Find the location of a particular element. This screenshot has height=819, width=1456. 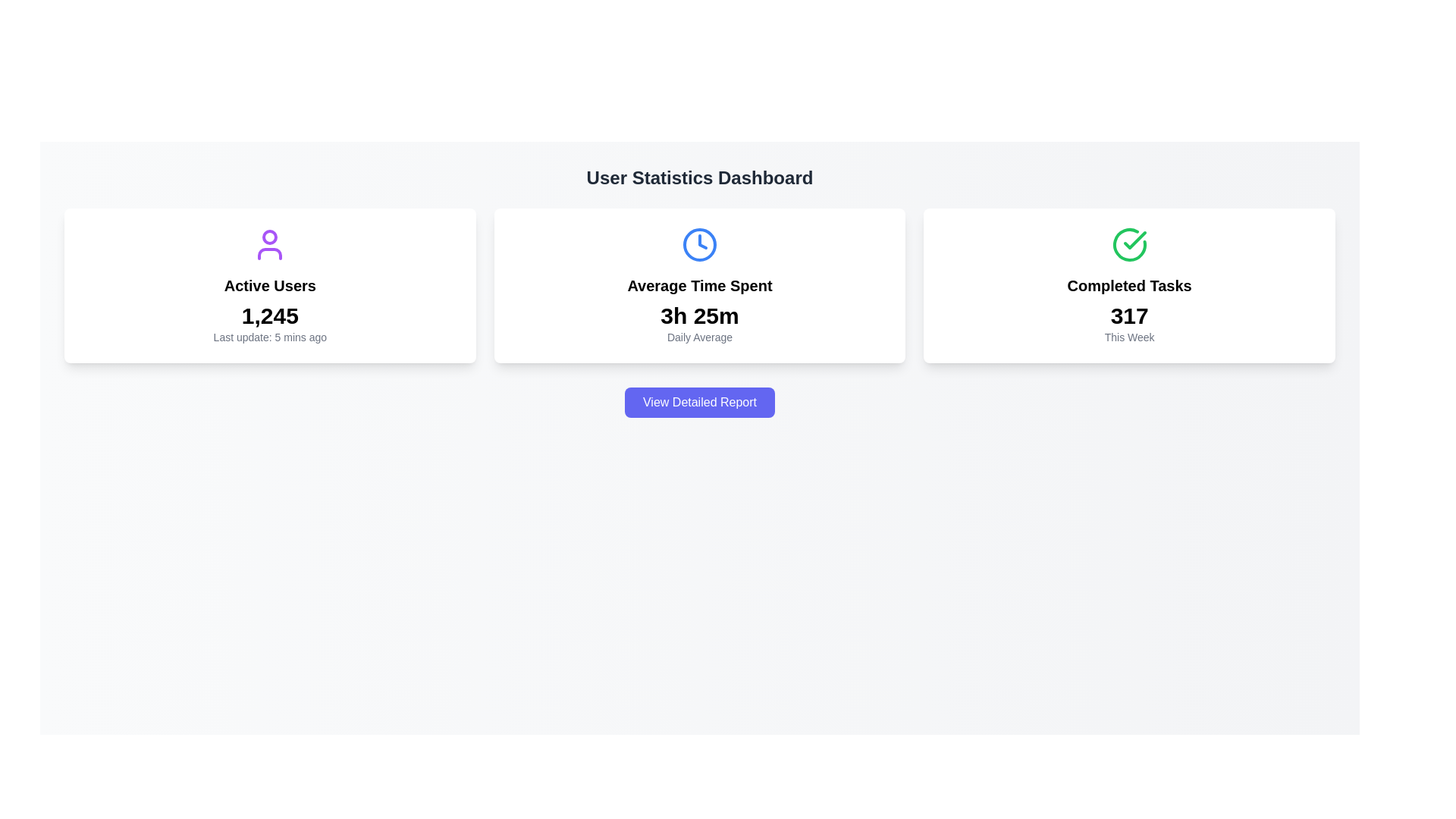

green checkmark SVG element located at the top-right corner of the 'Completed Tasks' card for debugging purposes is located at coordinates (1134, 239).